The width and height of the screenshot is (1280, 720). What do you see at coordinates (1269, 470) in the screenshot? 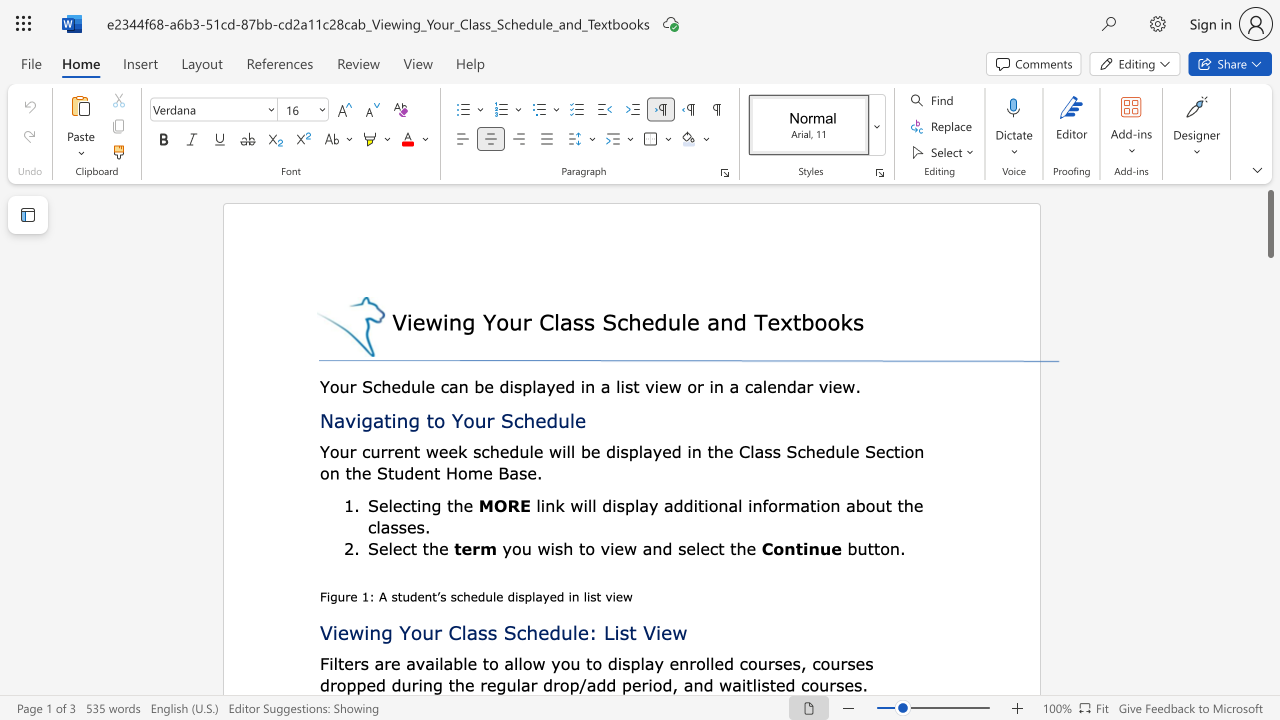
I see `the scrollbar to move the page down` at bounding box center [1269, 470].